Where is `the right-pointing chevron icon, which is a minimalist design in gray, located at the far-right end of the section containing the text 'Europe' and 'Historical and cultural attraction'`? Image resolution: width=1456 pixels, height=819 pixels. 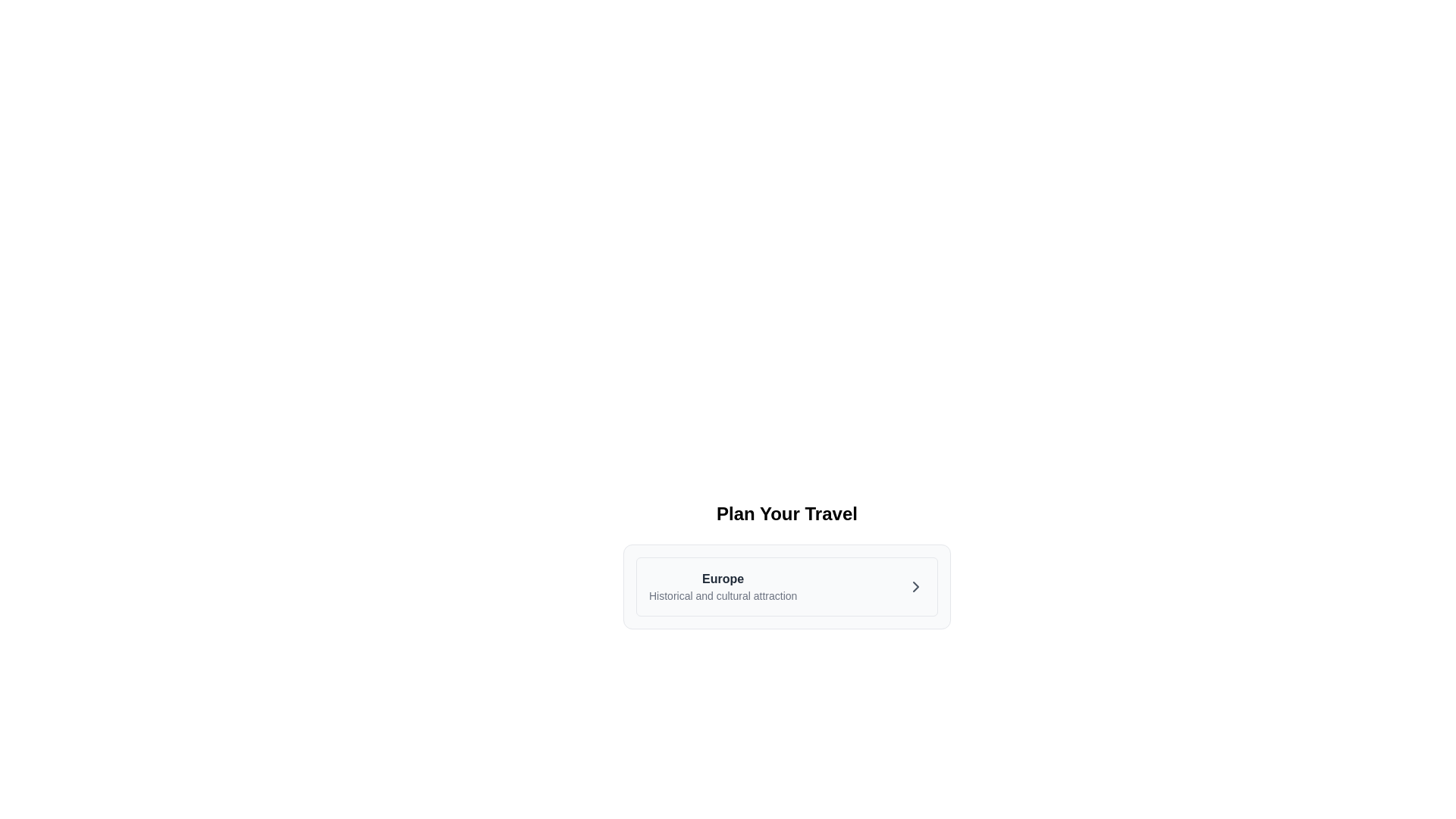
the right-pointing chevron icon, which is a minimalist design in gray, located at the far-right end of the section containing the text 'Europe' and 'Historical and cultural attraction' is located at coordinates (915, 586).